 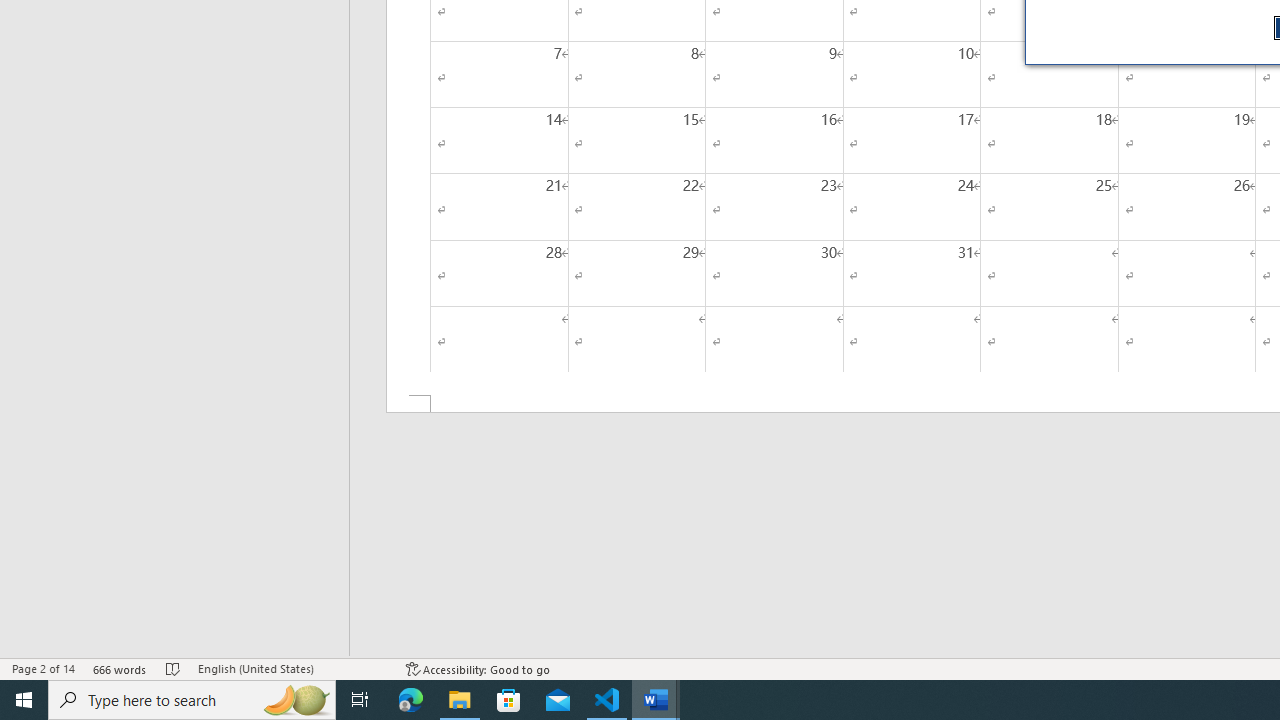 What do you see at coordinates (294, 698) in the screenshot?
I see `'Search highlights icon opens search home window'` at bounding box center [294, 698].